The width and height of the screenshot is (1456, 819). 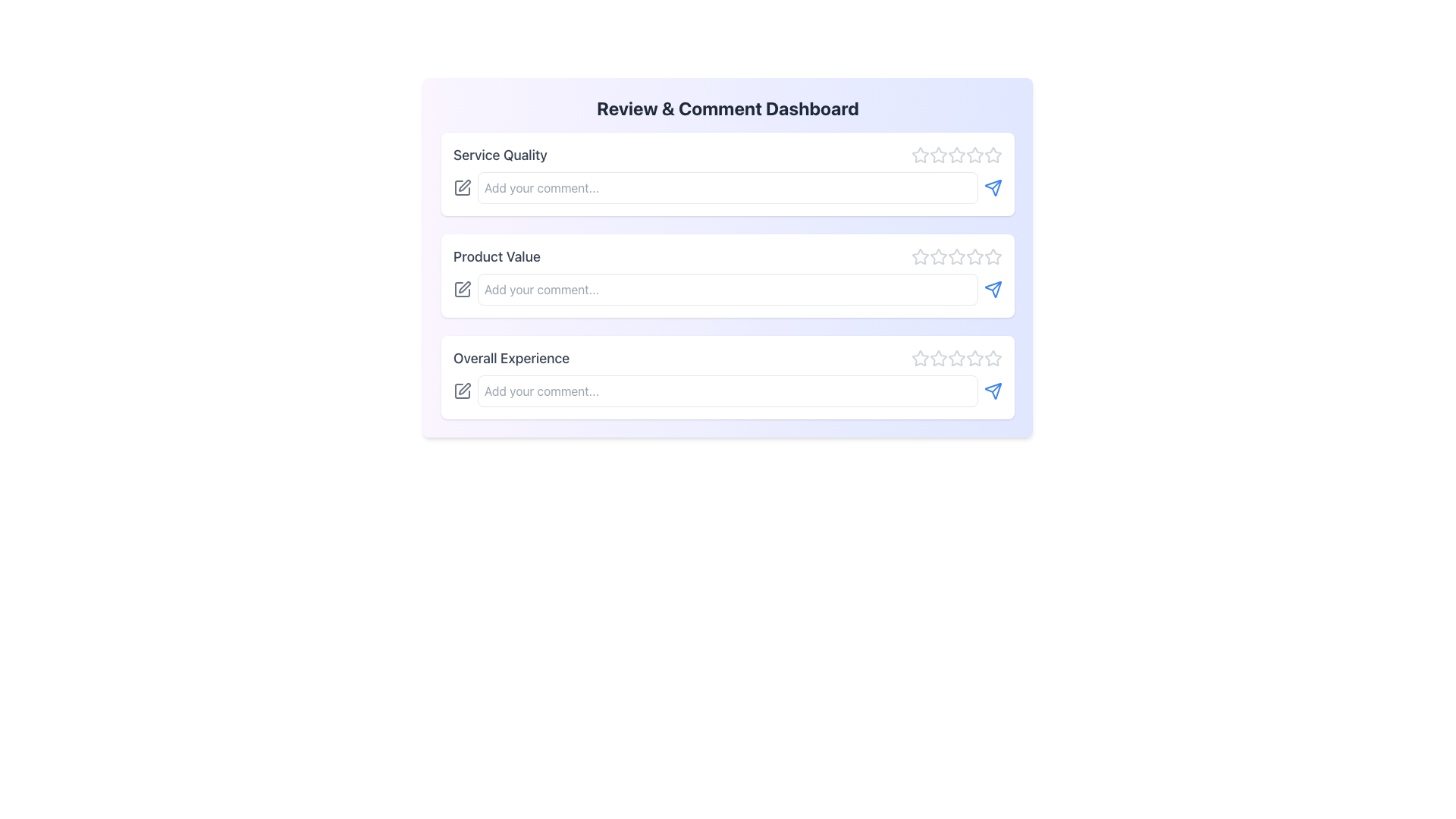 What do you see at coordinates (975, 359) in the screenshot?
I see `the fifth hollow gray star in the Overall Experience rating bar` at bounding box center [975, 359].